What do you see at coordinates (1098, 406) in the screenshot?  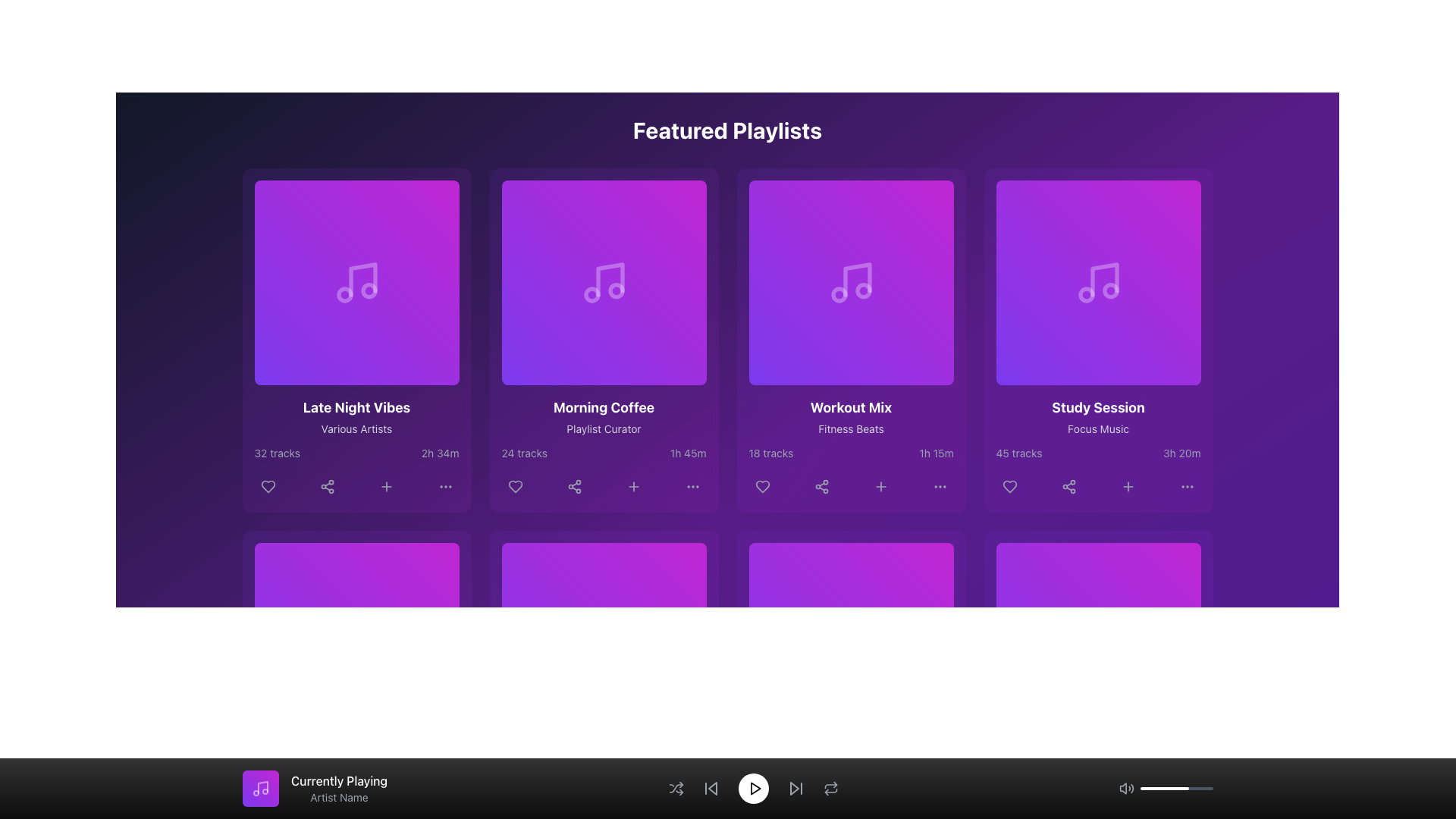 I see `the playlist title label located in the fourth column above the description text 'Focus Music'` at bounding box center [1098, 406].